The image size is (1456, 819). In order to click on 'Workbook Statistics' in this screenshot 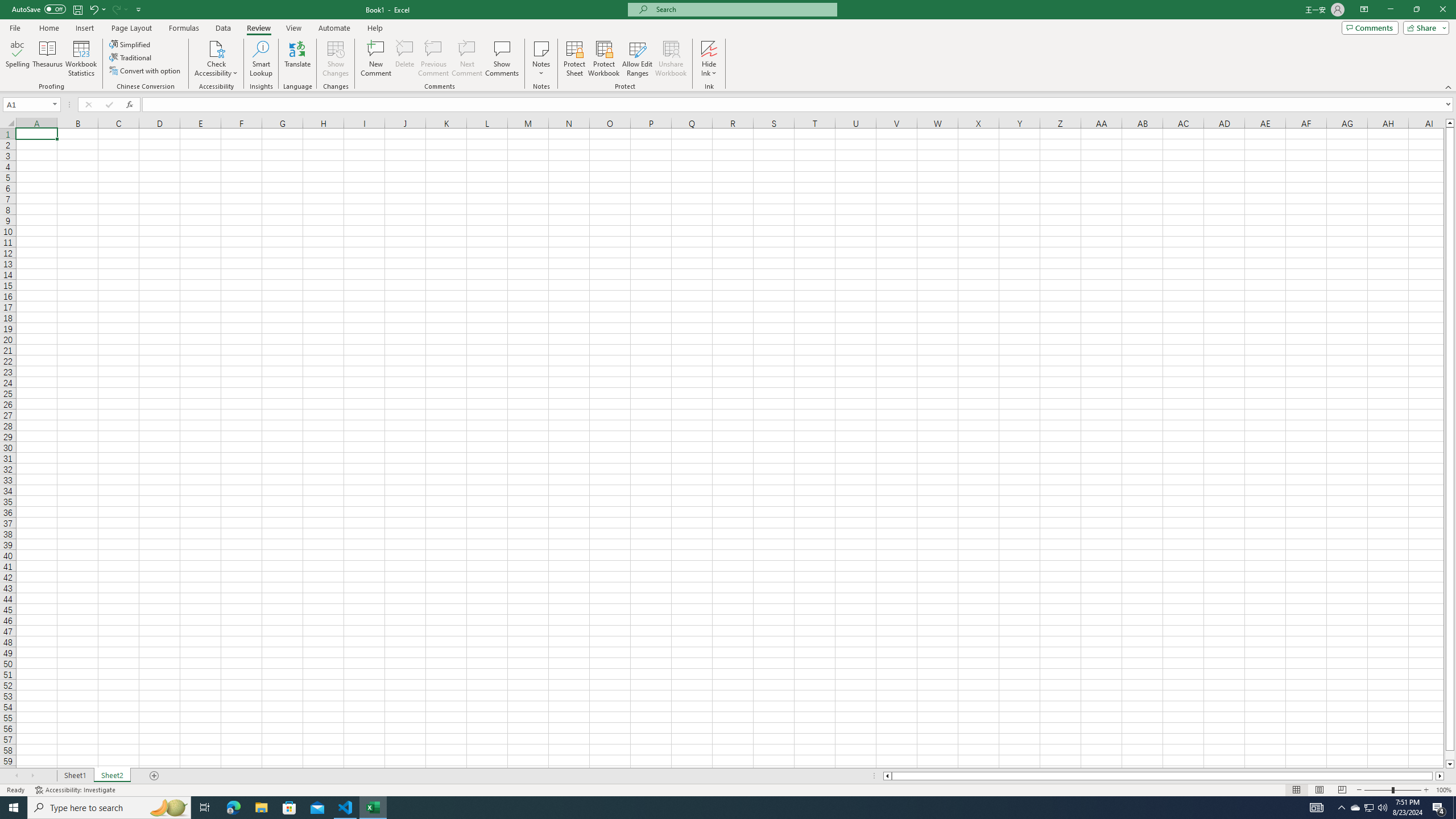, I will do `click(81, 59)`.